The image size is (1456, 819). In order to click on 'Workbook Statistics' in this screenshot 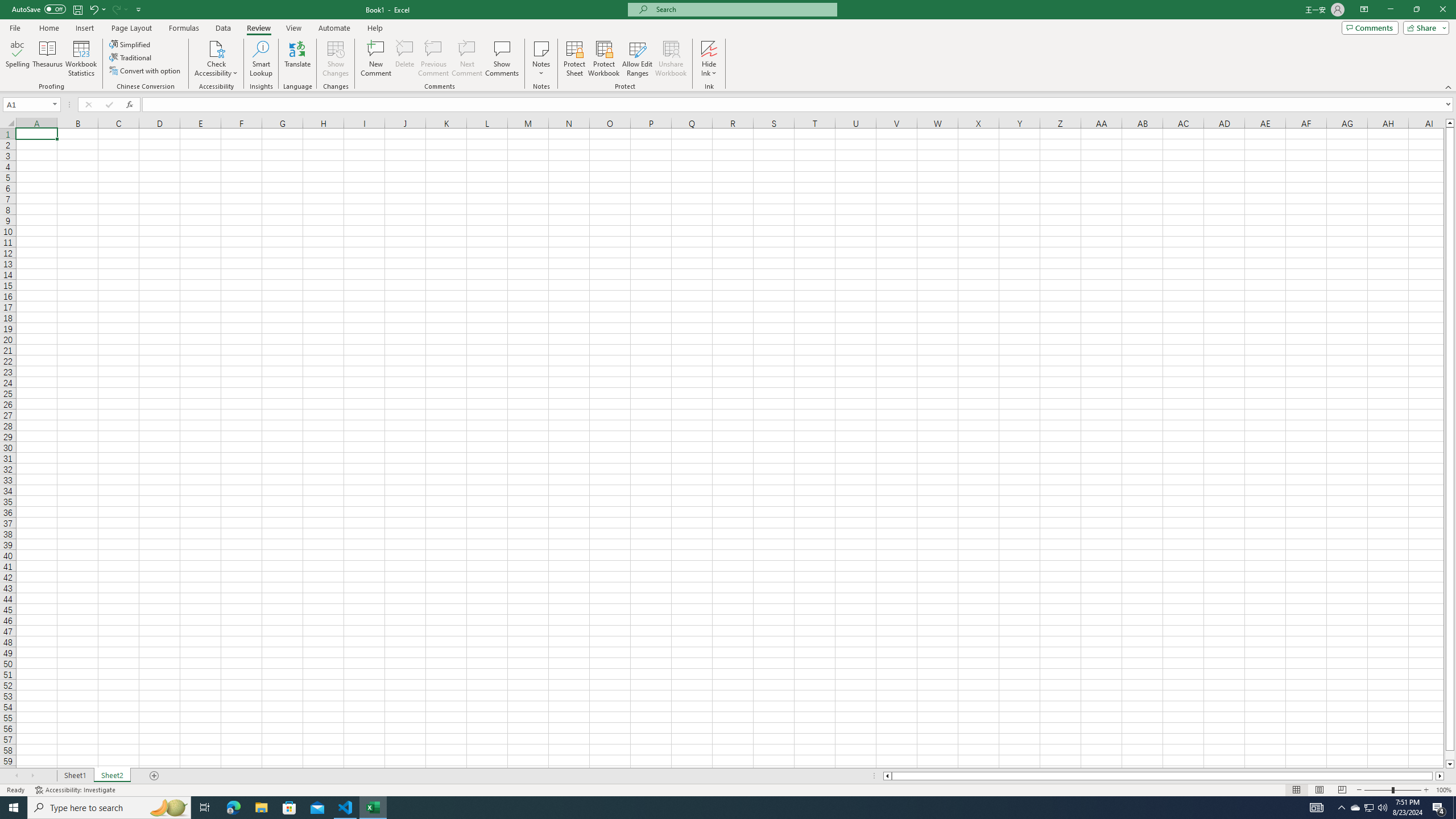, I will do `click(81, 59)`.